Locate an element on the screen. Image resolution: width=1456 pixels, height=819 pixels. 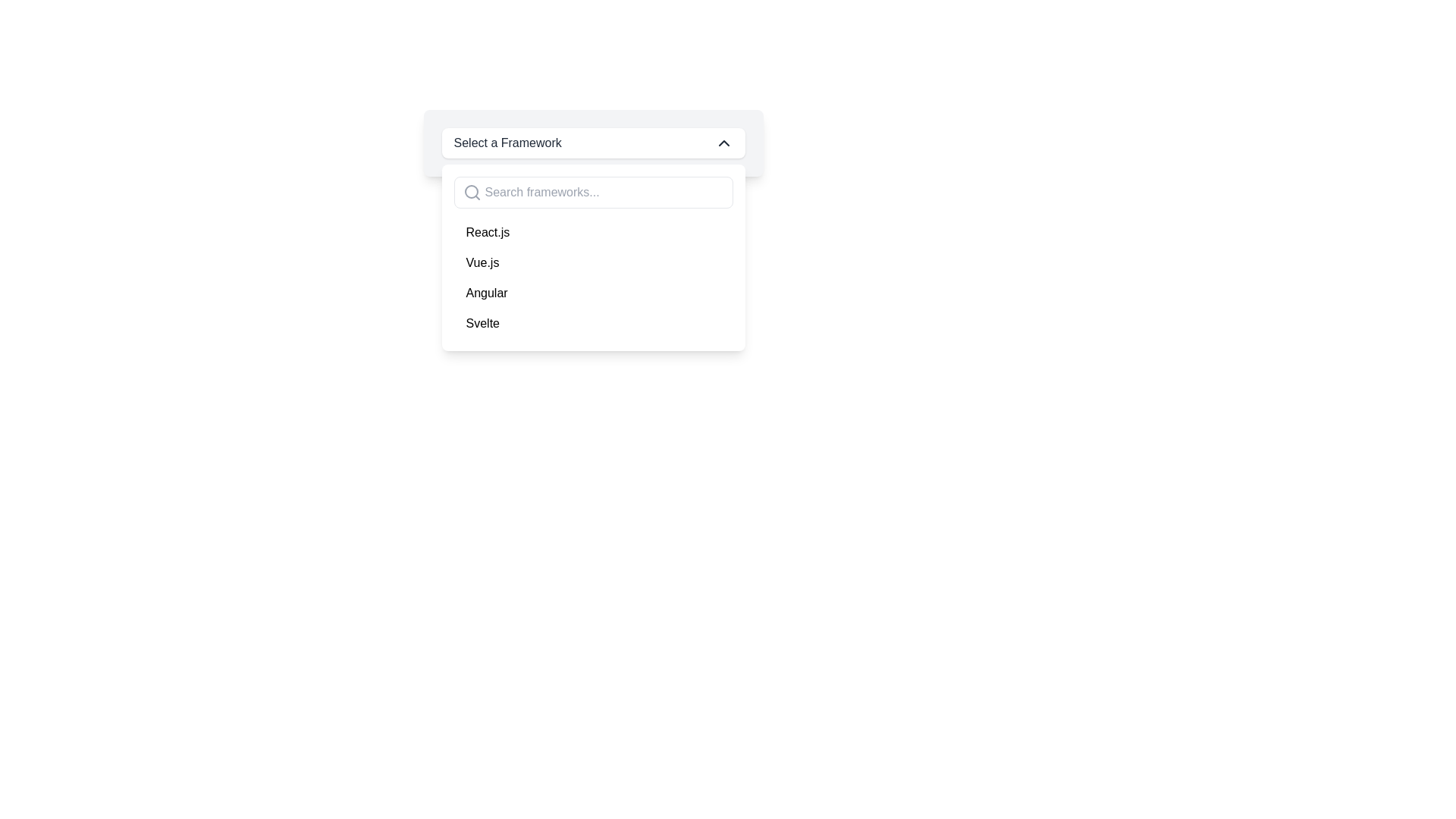
the Dropdown header labeled 'Select a Framework' for keyboard interaction is located at coordinates (592, 143).